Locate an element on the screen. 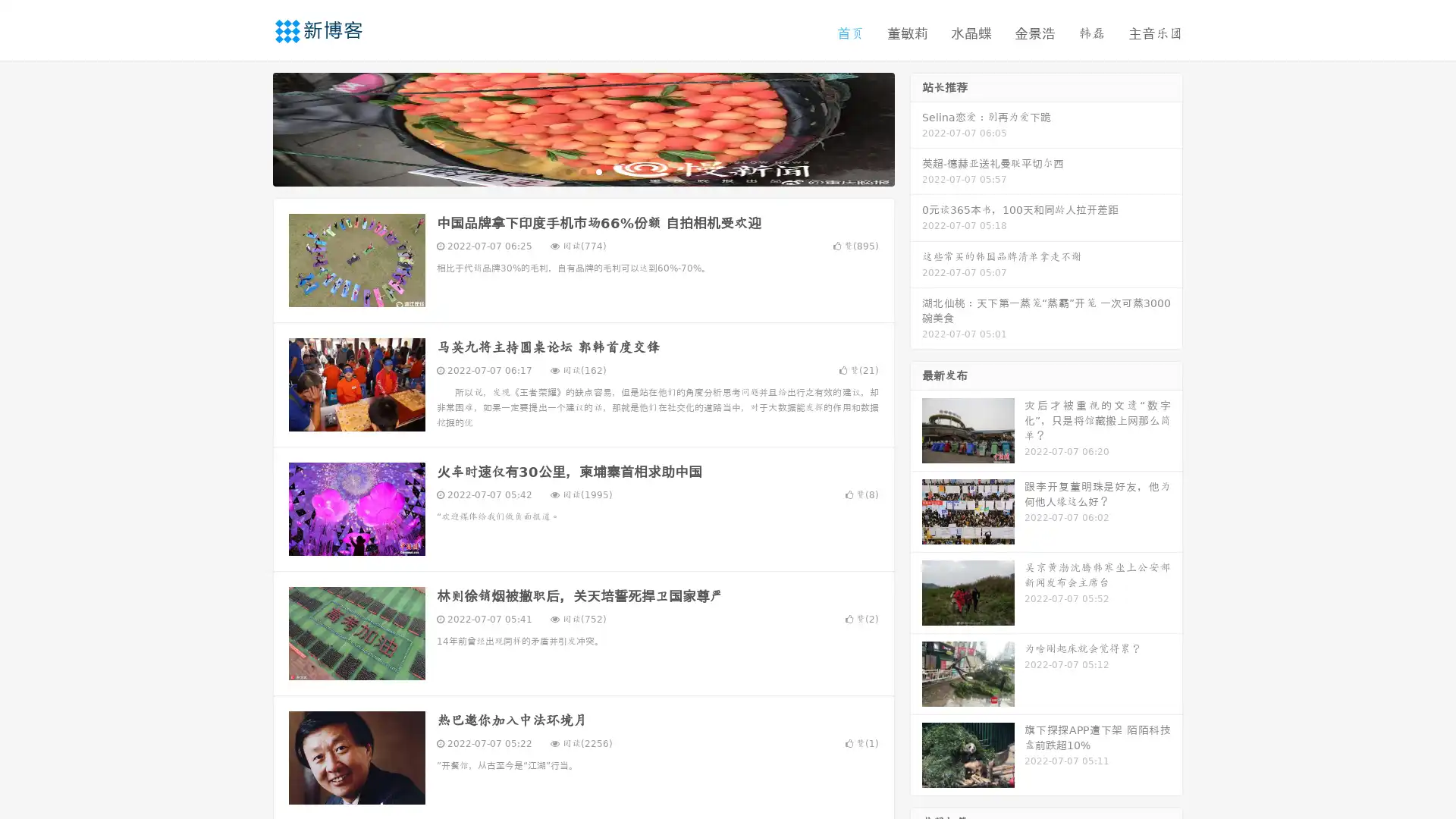  Go to slide 1 is located at coordinates (567, 171).